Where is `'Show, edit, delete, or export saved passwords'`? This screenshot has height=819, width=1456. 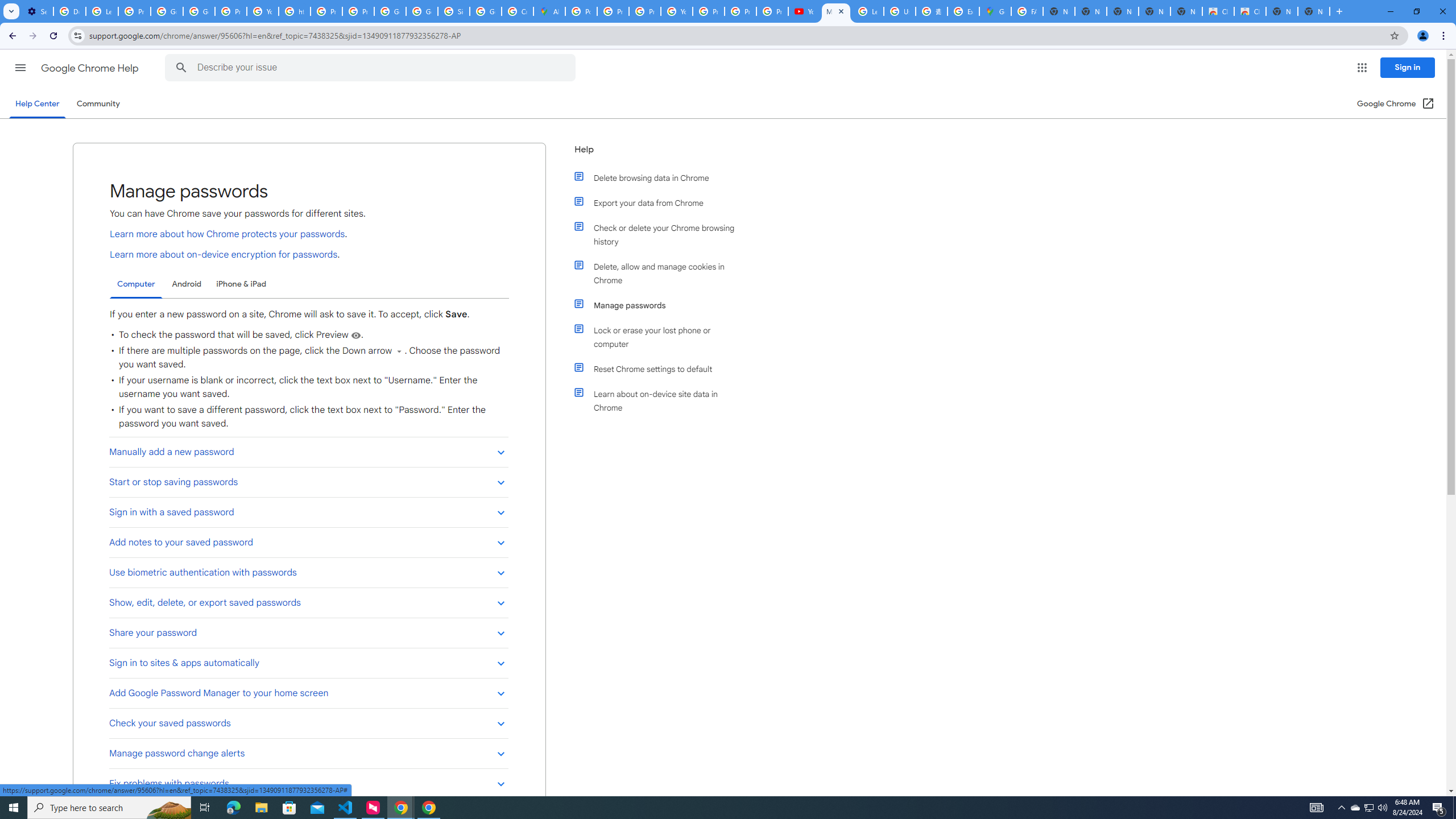
'Show, edit, delete, or export saved passwords' is located at coordinates (308, 602).